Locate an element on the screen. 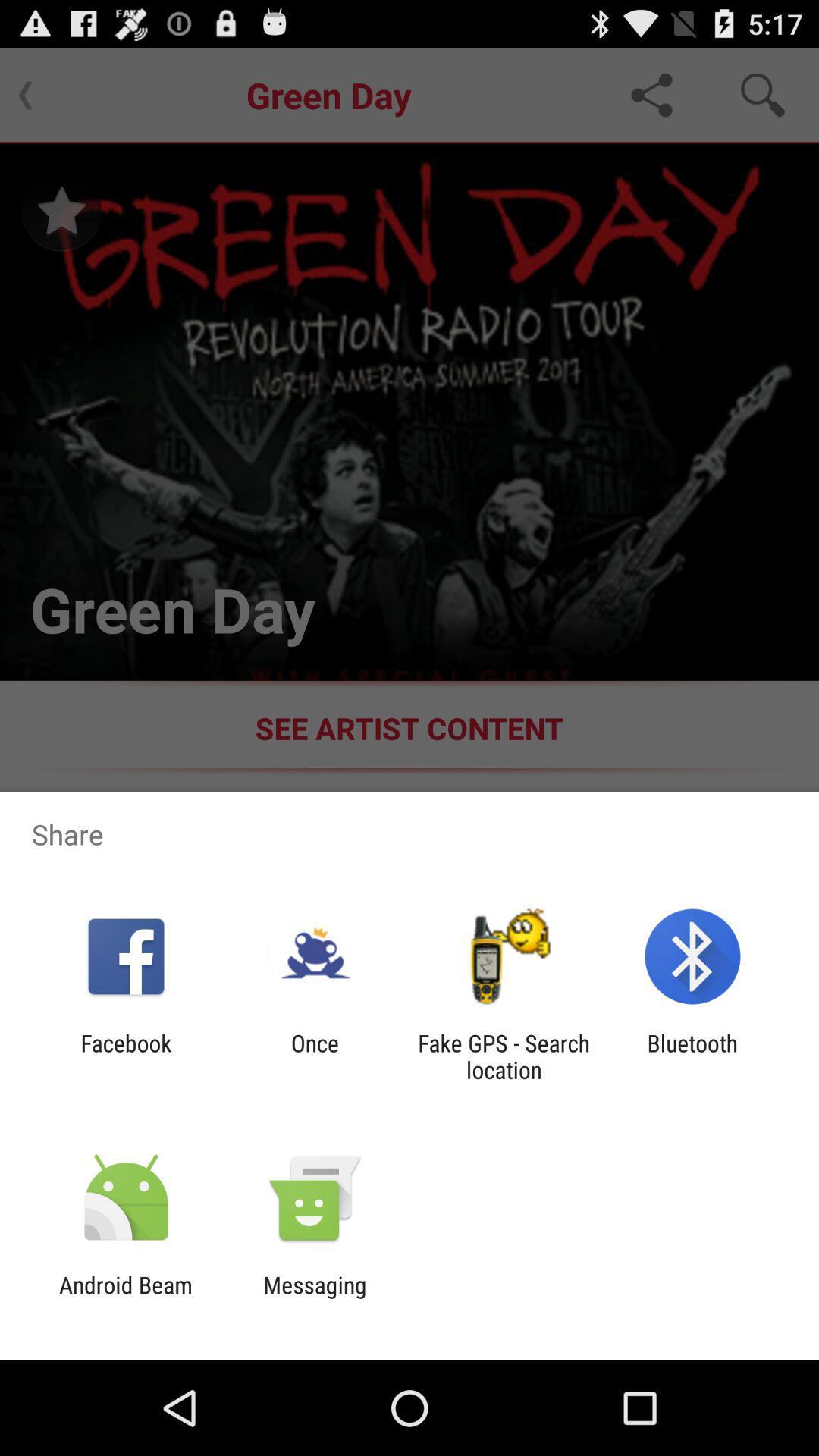 The image size is (819, 1456). item next to android beam app is located at coordinates (314, 1298).